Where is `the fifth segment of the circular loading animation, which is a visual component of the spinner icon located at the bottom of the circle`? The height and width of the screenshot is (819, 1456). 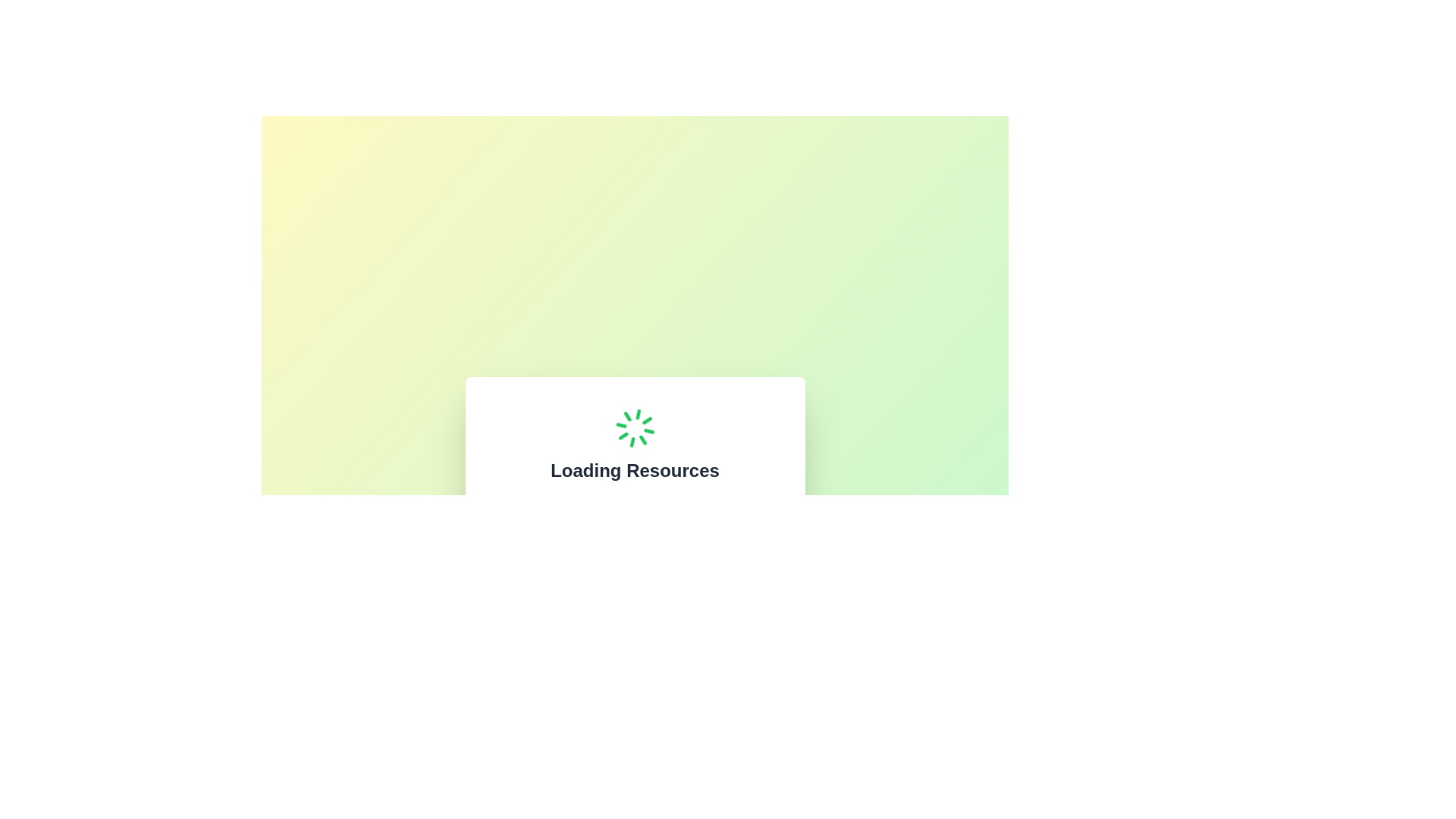
the fifth segment of the circular loading animation, which is a visual component of the spinner icon located at the bottom of the circle is located at coordinates (632, 414).